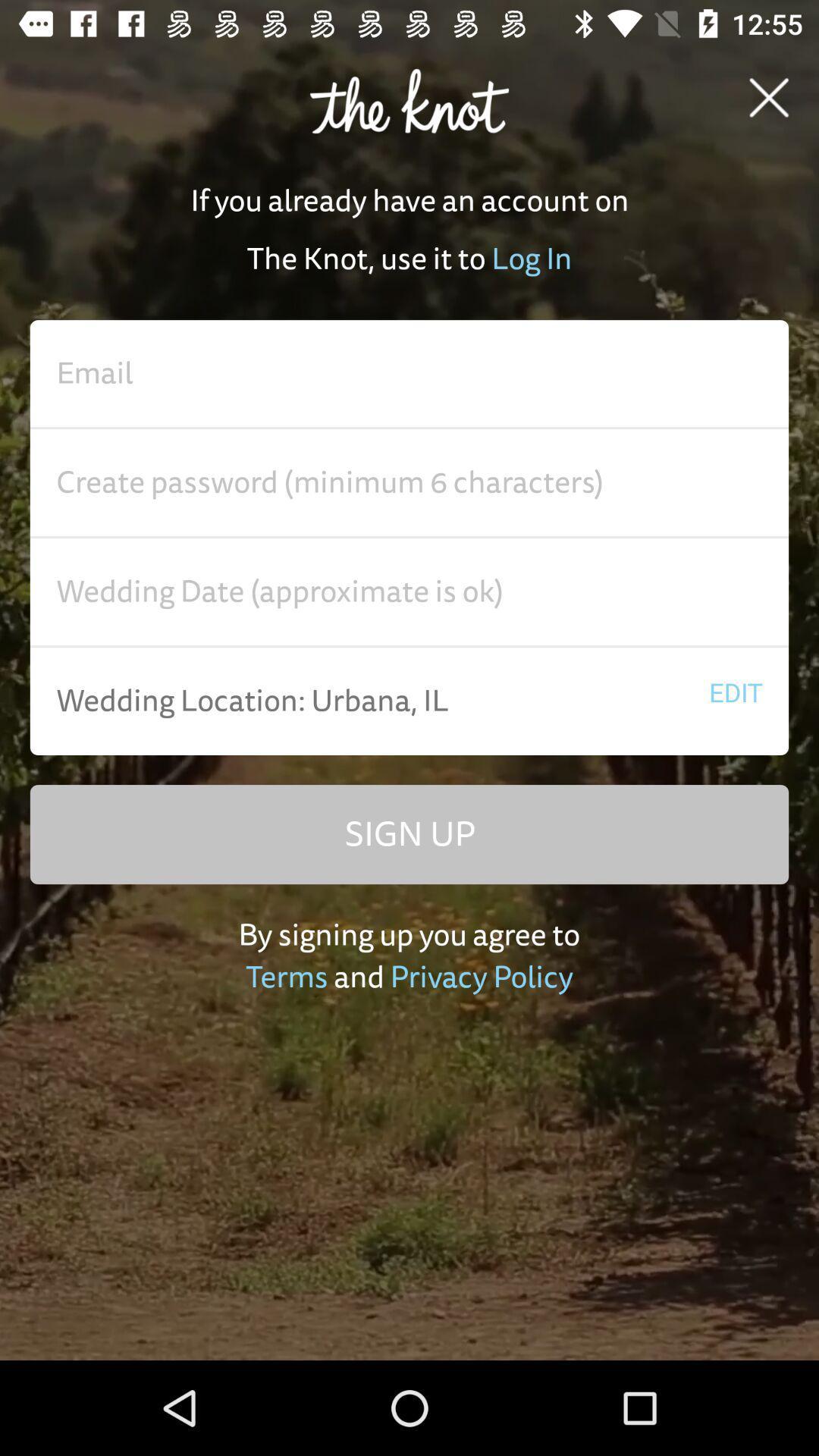  I want to click on advertisement, so click(409, 591).